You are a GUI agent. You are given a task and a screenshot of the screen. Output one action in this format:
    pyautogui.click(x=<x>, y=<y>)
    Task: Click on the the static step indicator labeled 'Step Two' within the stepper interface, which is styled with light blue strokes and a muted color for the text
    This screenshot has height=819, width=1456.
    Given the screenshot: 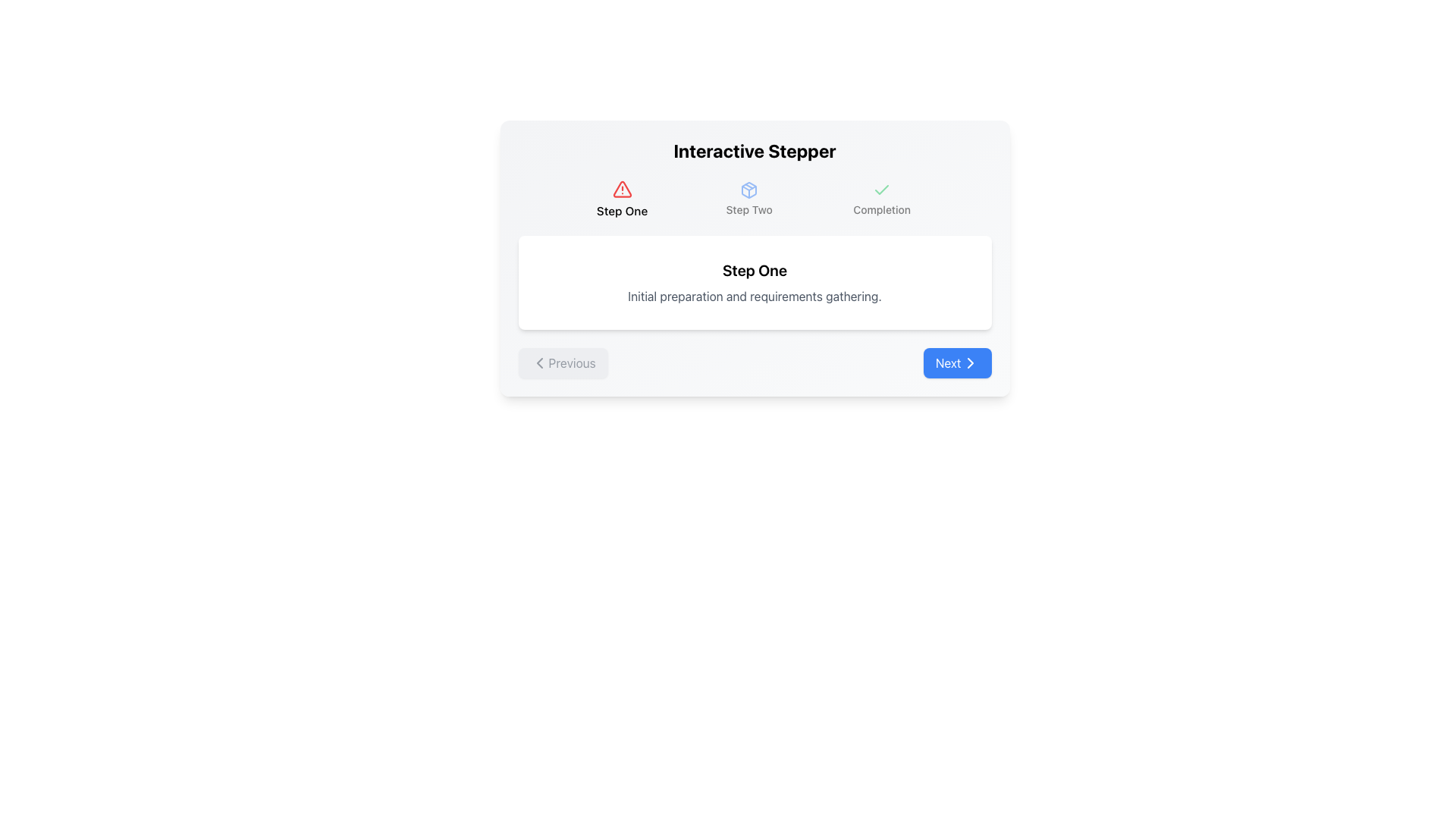 What is the action you would take?
    pyautogui.click(x=749, y=198)
    